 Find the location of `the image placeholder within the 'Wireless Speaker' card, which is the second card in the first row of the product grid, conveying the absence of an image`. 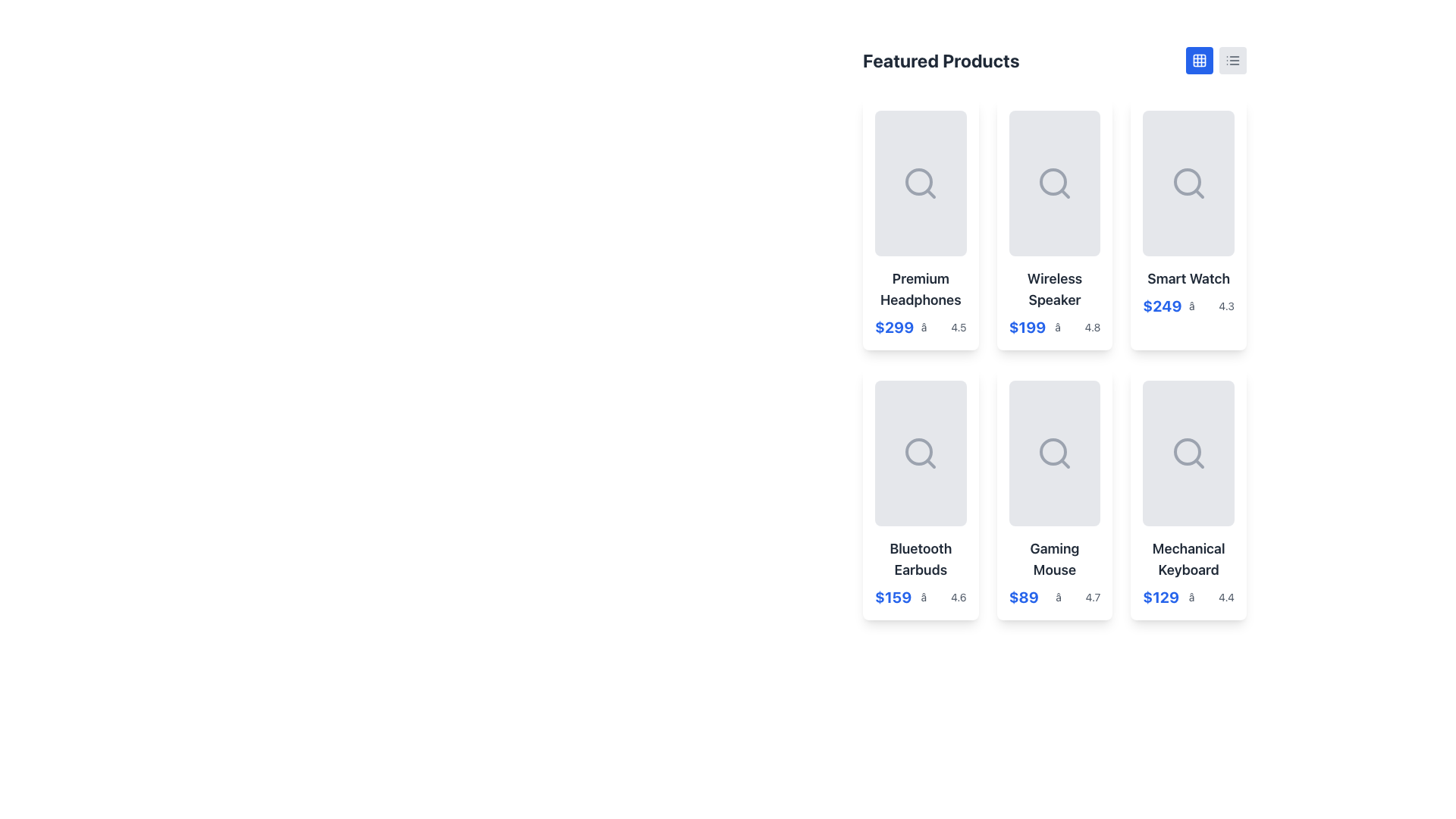

the image placeholder within the 'Wireless Speaker' card, which is the second card in the first row of the product grid, conveying the absence of an image is located at coordinates (1054, 183).